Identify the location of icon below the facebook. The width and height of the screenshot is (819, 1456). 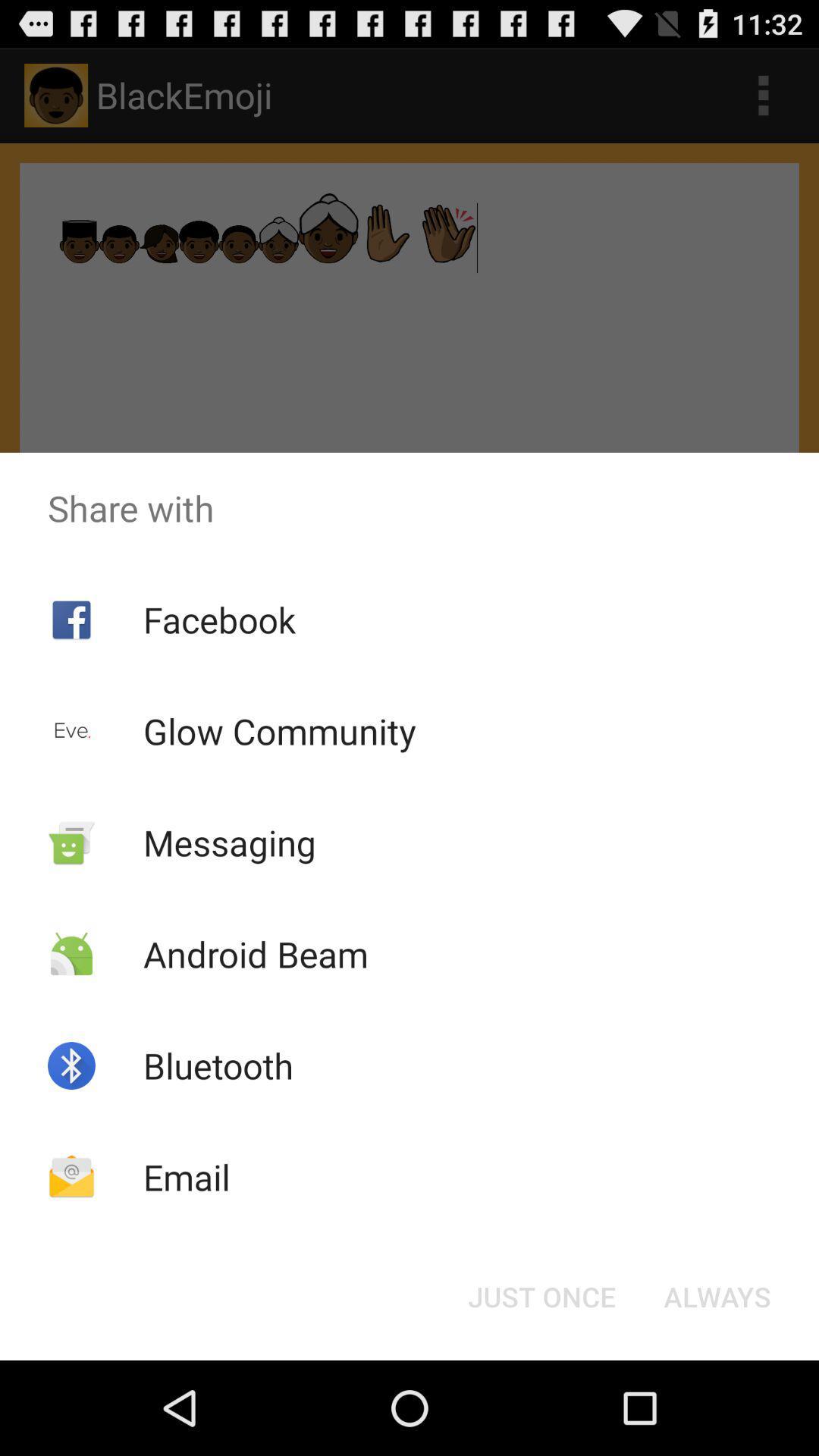
(280, 731).